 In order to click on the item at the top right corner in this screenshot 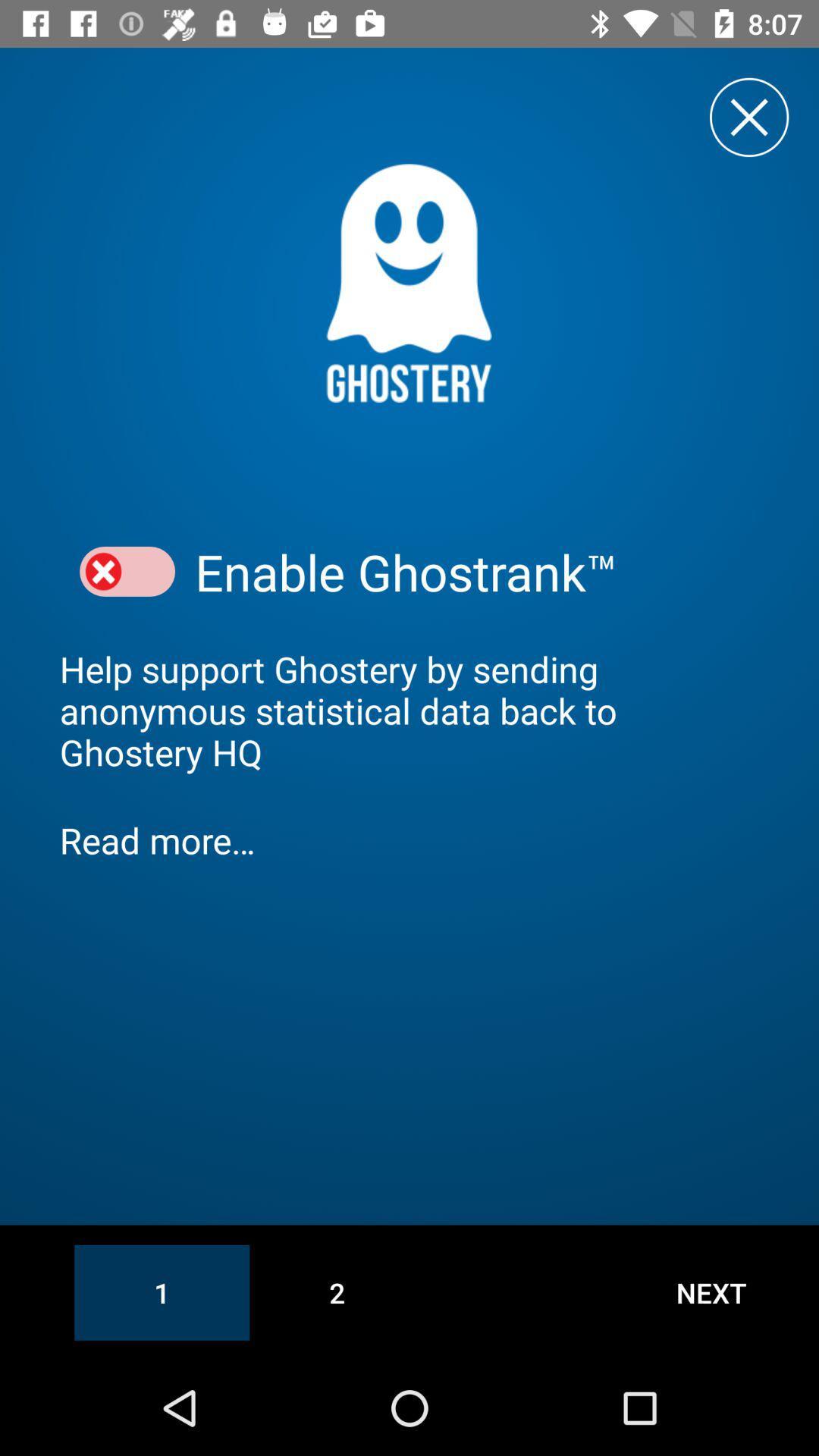, I will do `click(748, 116)`.